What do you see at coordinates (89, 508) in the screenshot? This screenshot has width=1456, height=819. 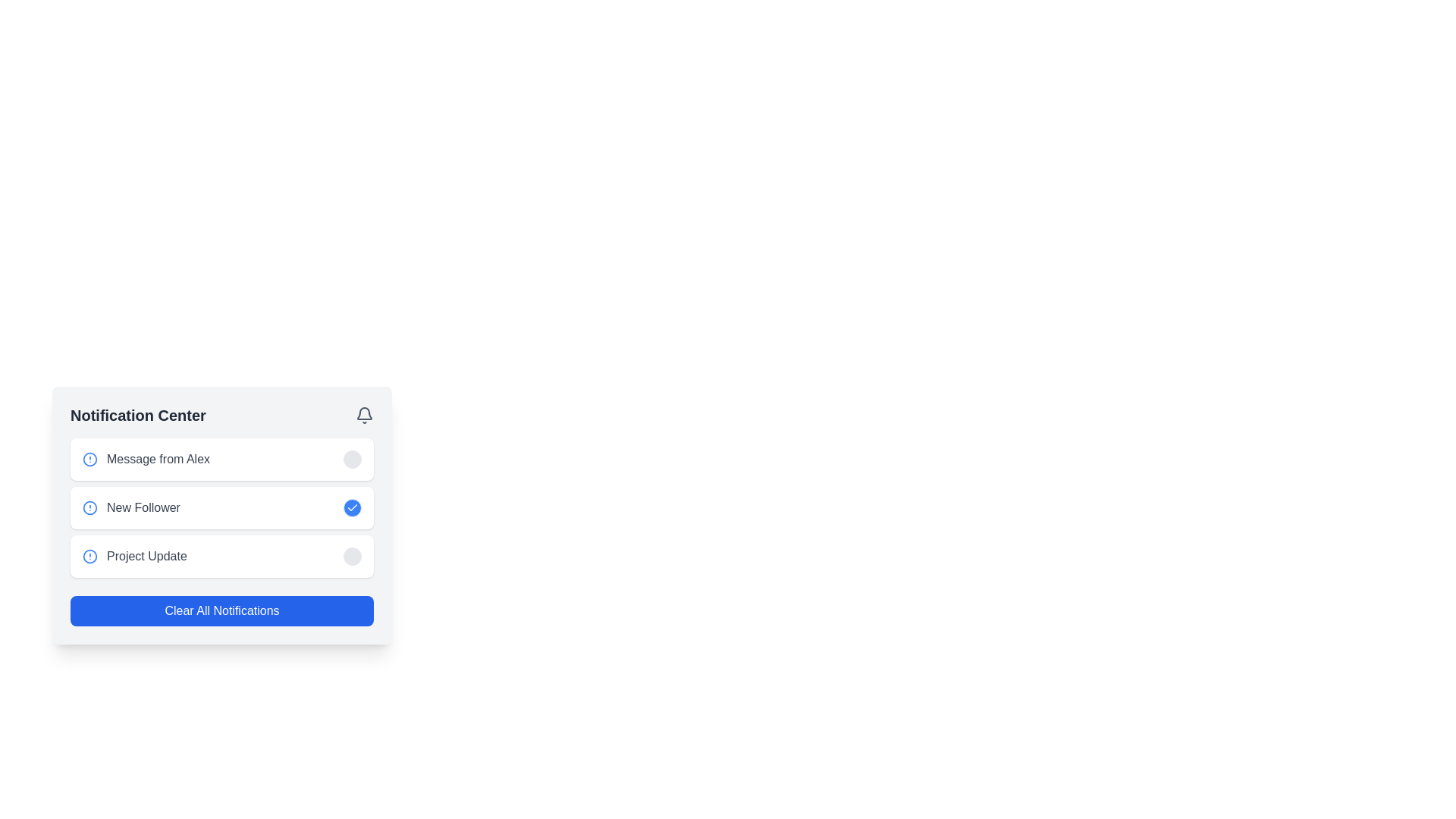 I see `attributes of the 'New Follower' notification icon located to the left of the text 'New Follower' in the notification center` at bounding box center [89, 508].